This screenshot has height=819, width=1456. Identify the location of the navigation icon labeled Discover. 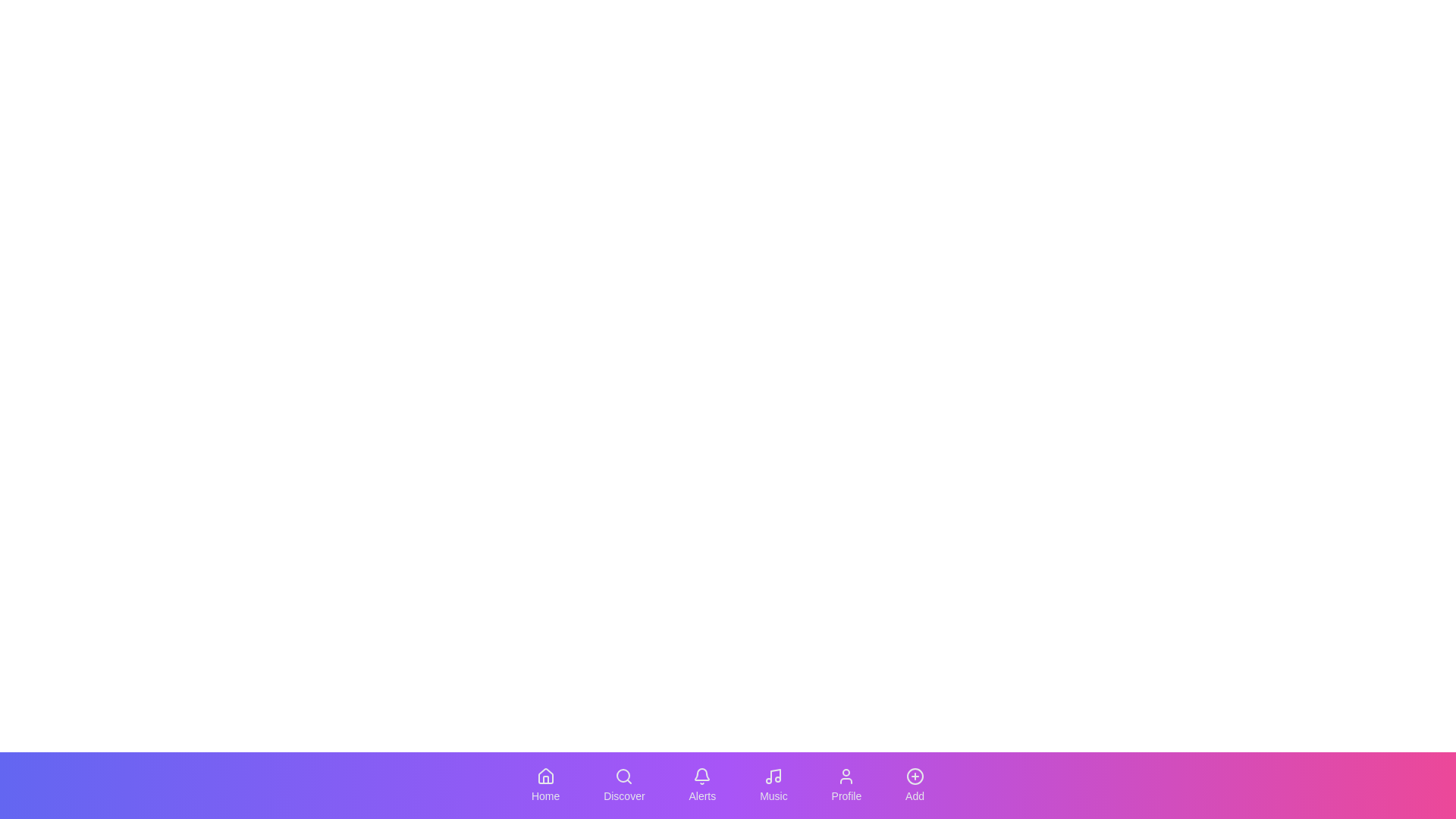
(624, 785).